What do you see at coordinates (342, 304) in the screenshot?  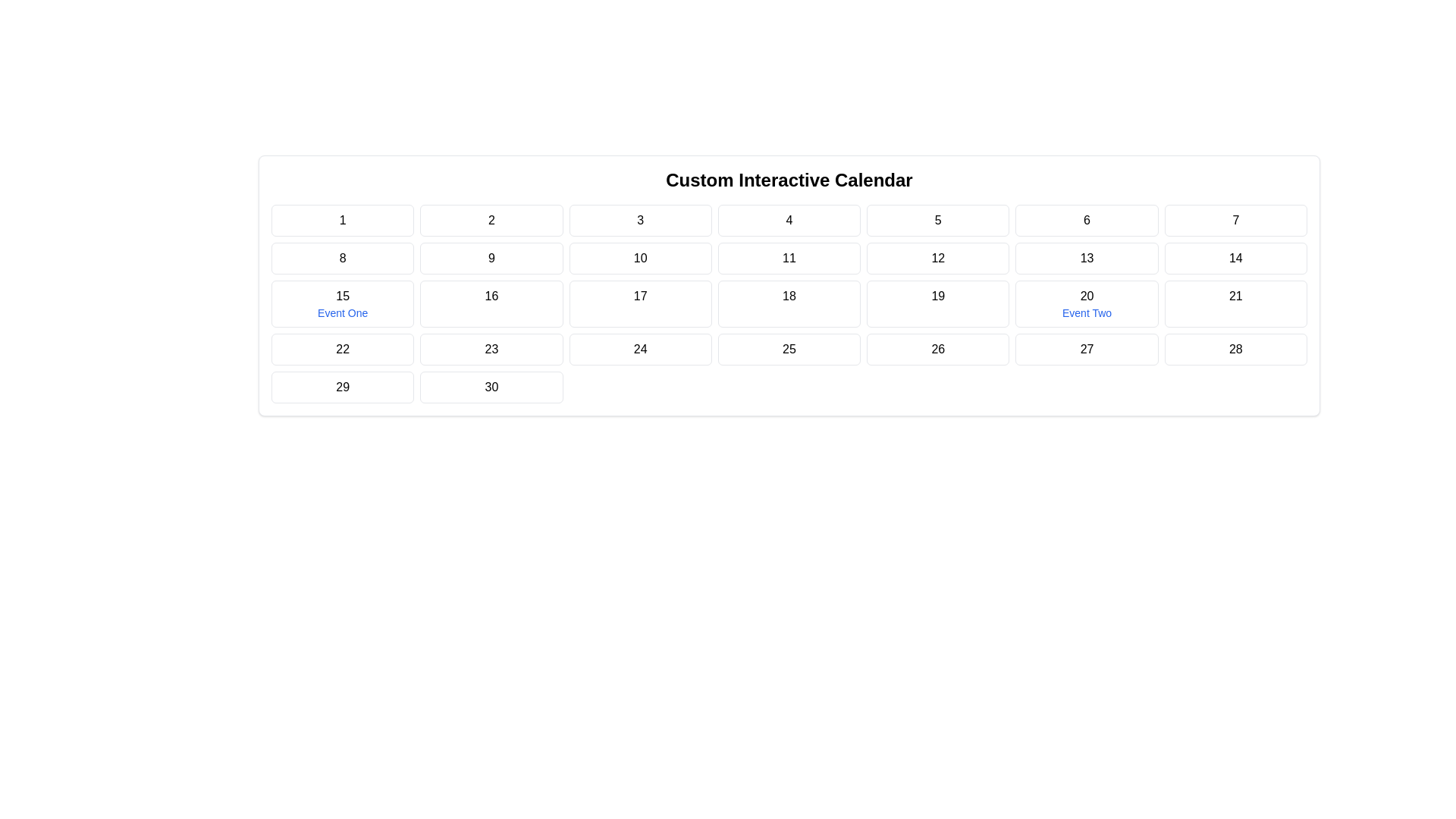 I see `the interactive calendar date button` at bounding box center [342, 304].